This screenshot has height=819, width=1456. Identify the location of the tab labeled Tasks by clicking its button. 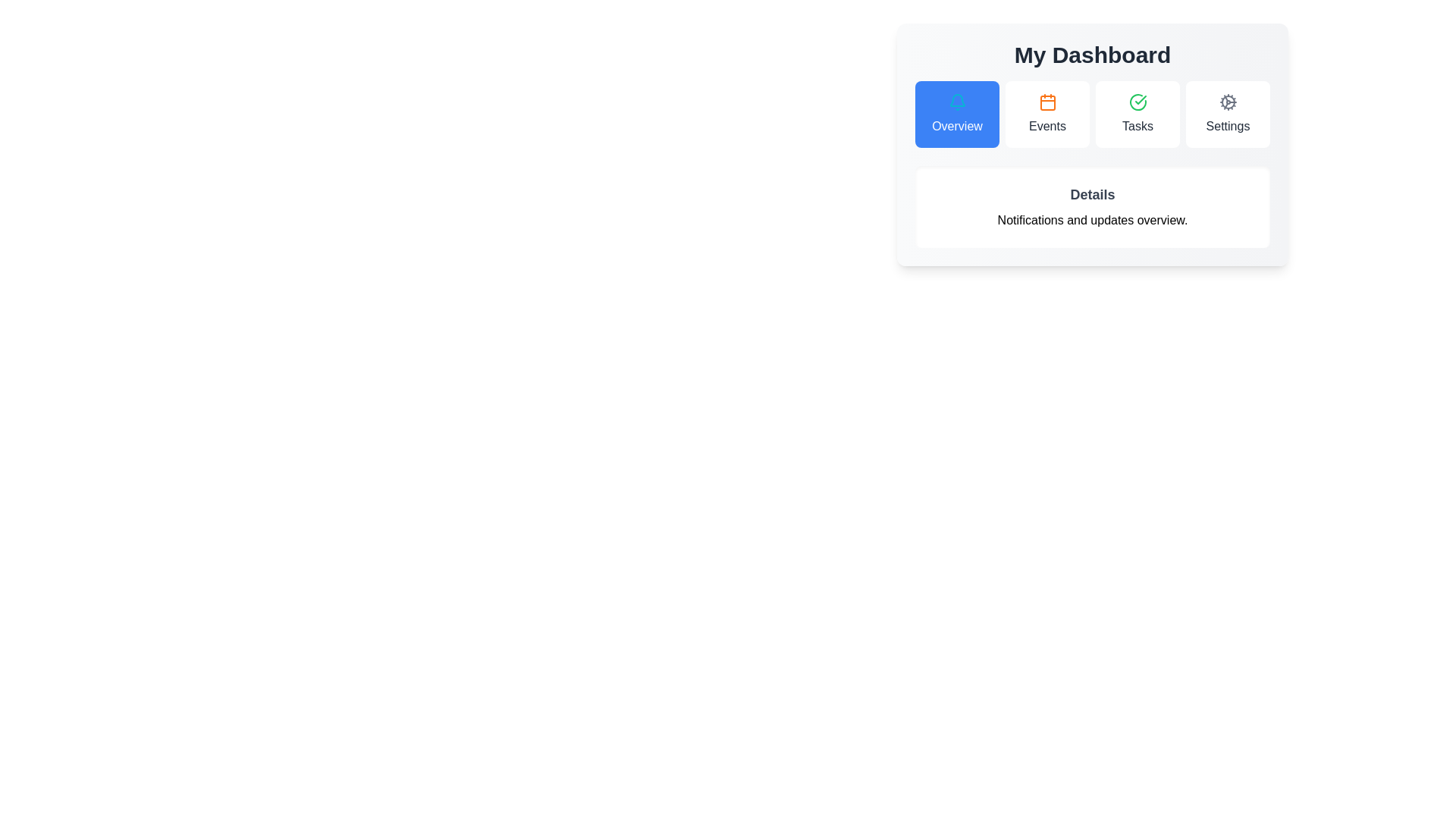
(1137, 113).